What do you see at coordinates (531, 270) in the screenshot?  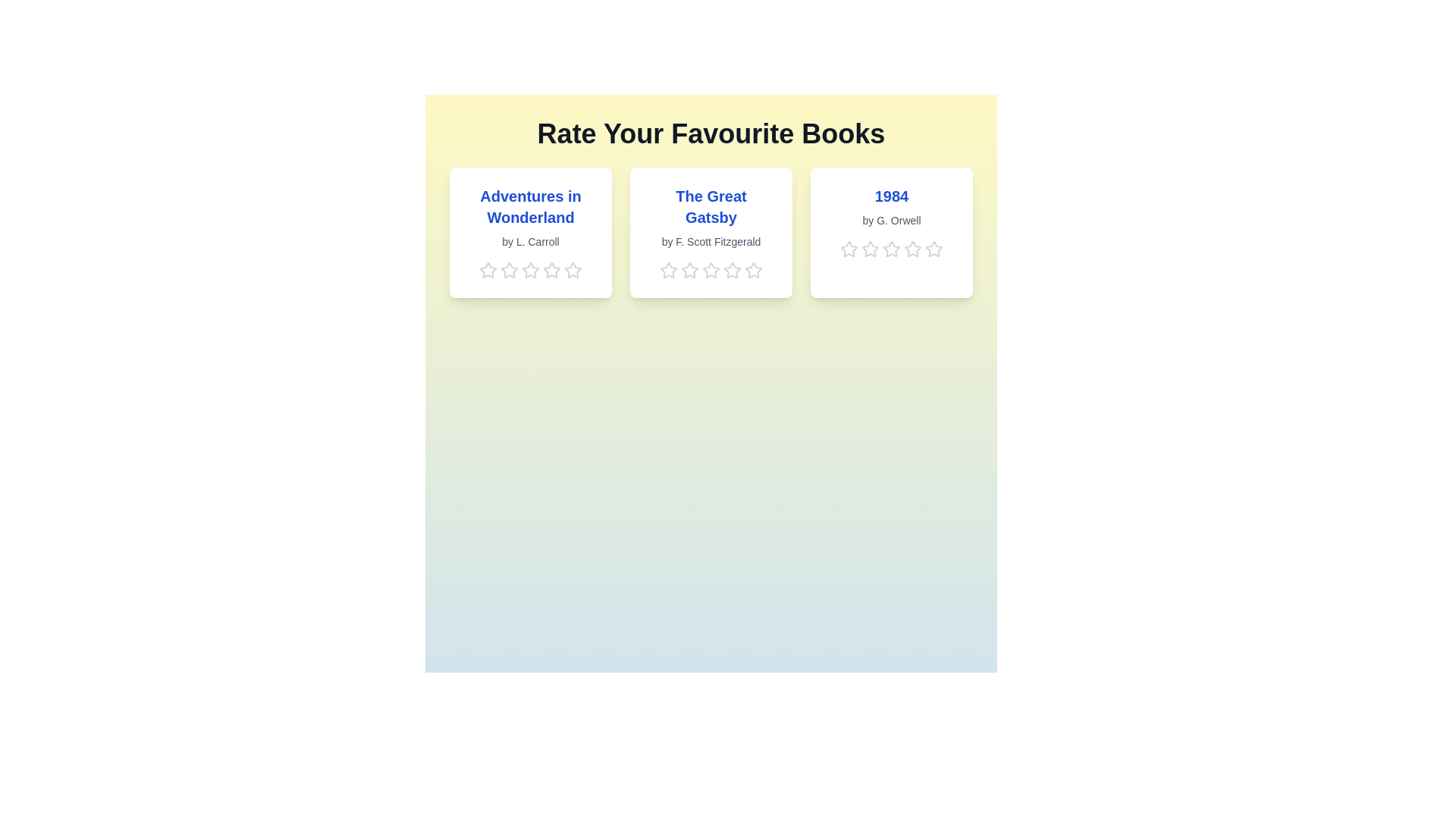 I see `the 3 star for the book titled 'Adventures in Wonderland'` at bounding box center [531, 270].